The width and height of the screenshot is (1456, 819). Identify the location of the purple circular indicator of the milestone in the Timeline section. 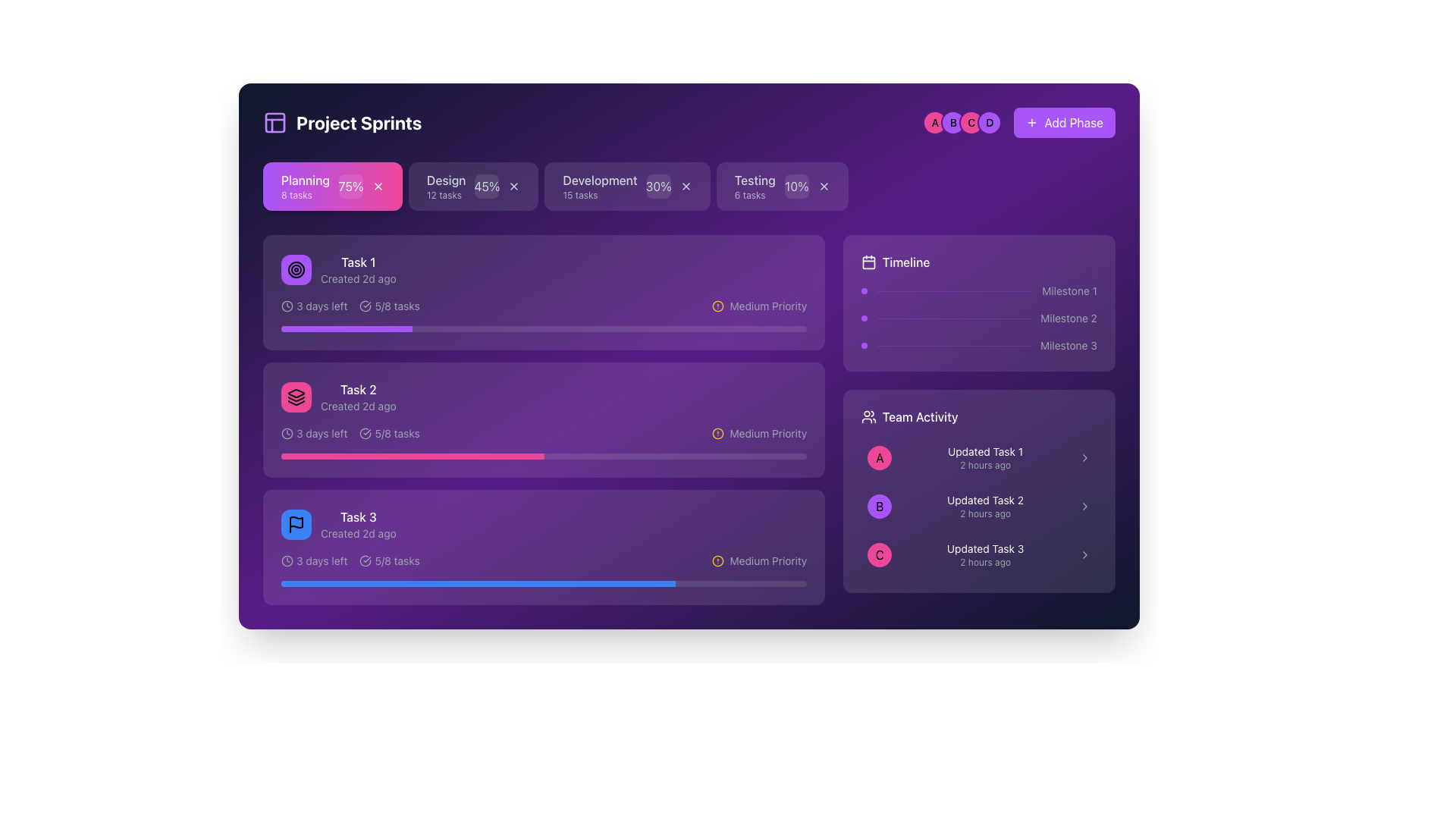
(979, 318).